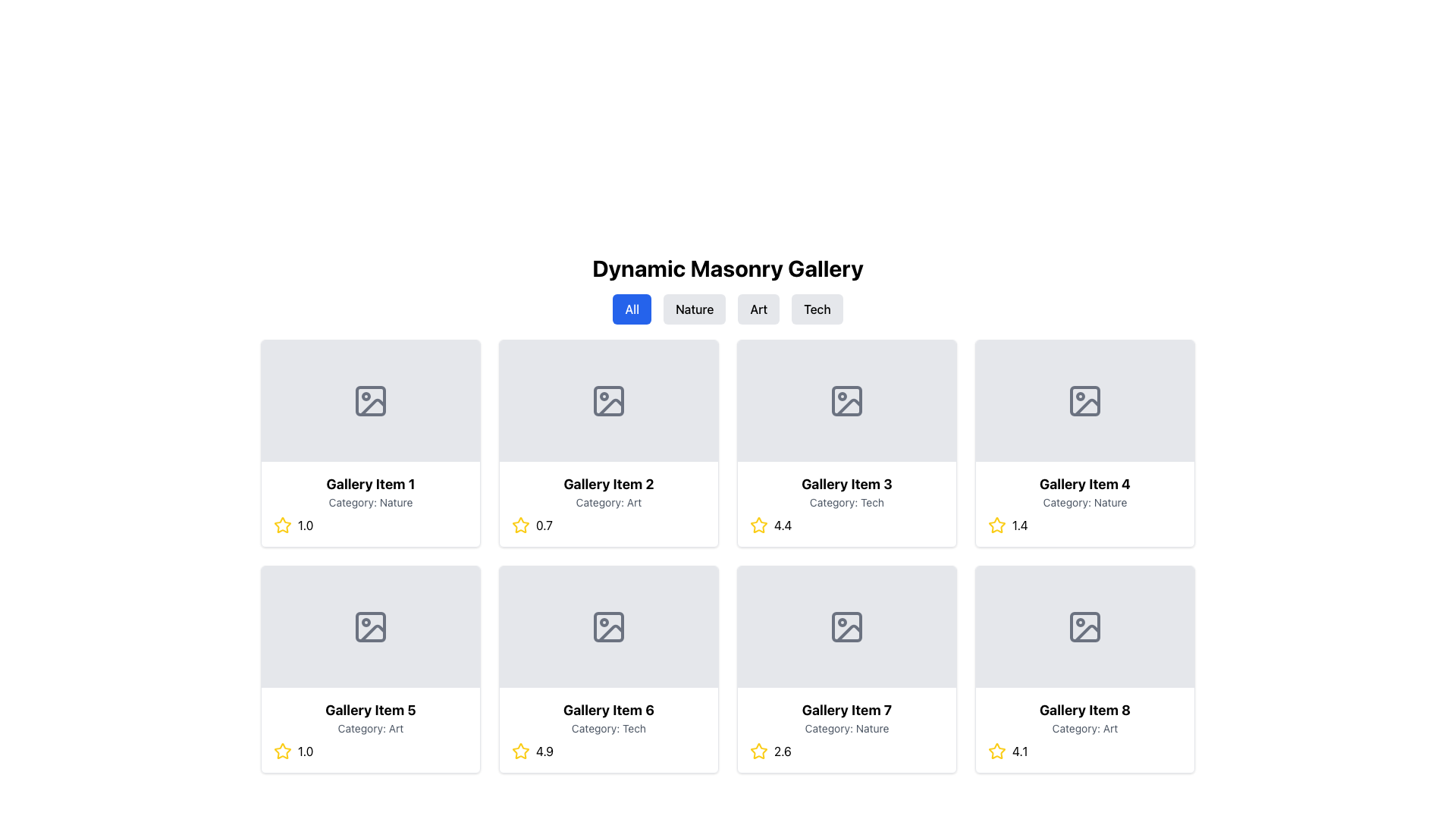 Image resolution: width=1456 pixels, height=819 pixels. Describe the element at coordinates (728, 309) in the screenshot. I see `the horizontal button group located below the title 'Dynamic Masonry Gallery' to filter gallery items by categories: 'All', 'Nature', 'Art', and 'Tech'` at that location.